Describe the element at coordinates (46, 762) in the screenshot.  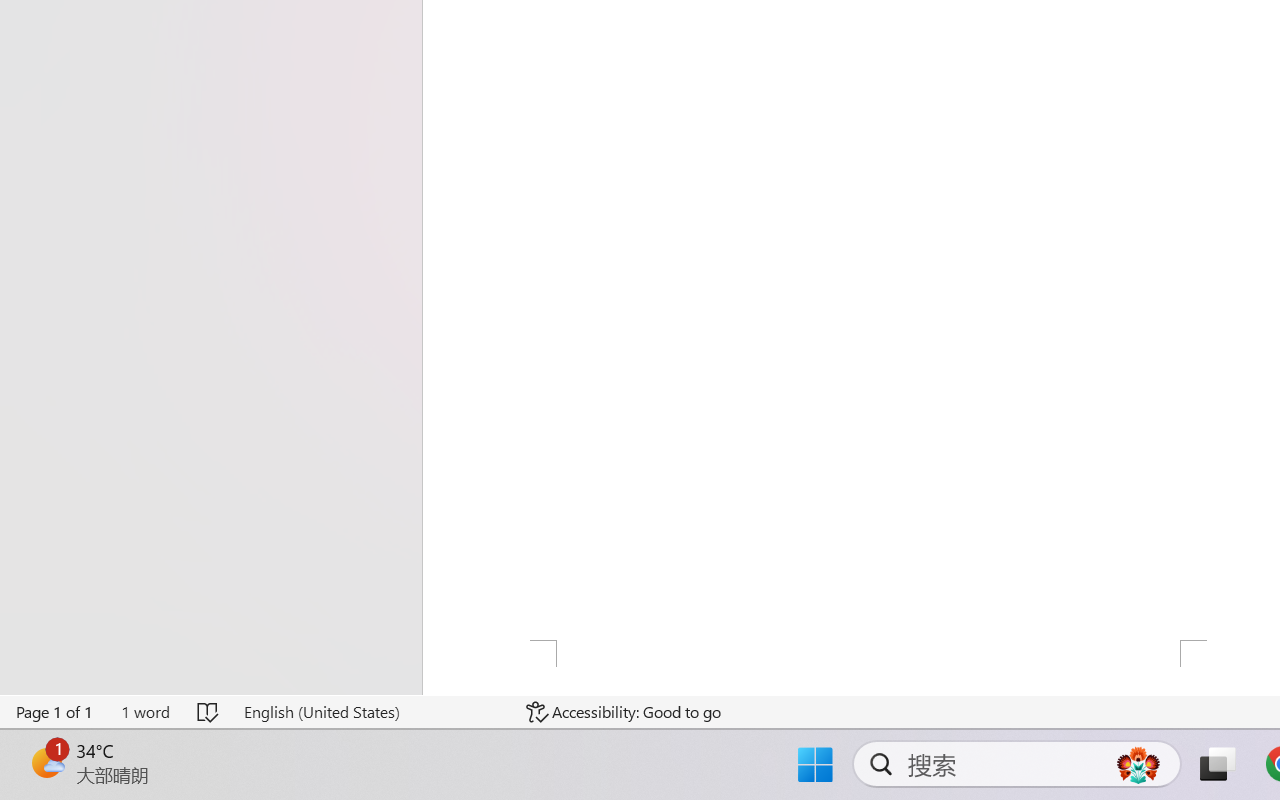
I see `'AutomationID: BadgeAnchorLargeTicker'` at that location.